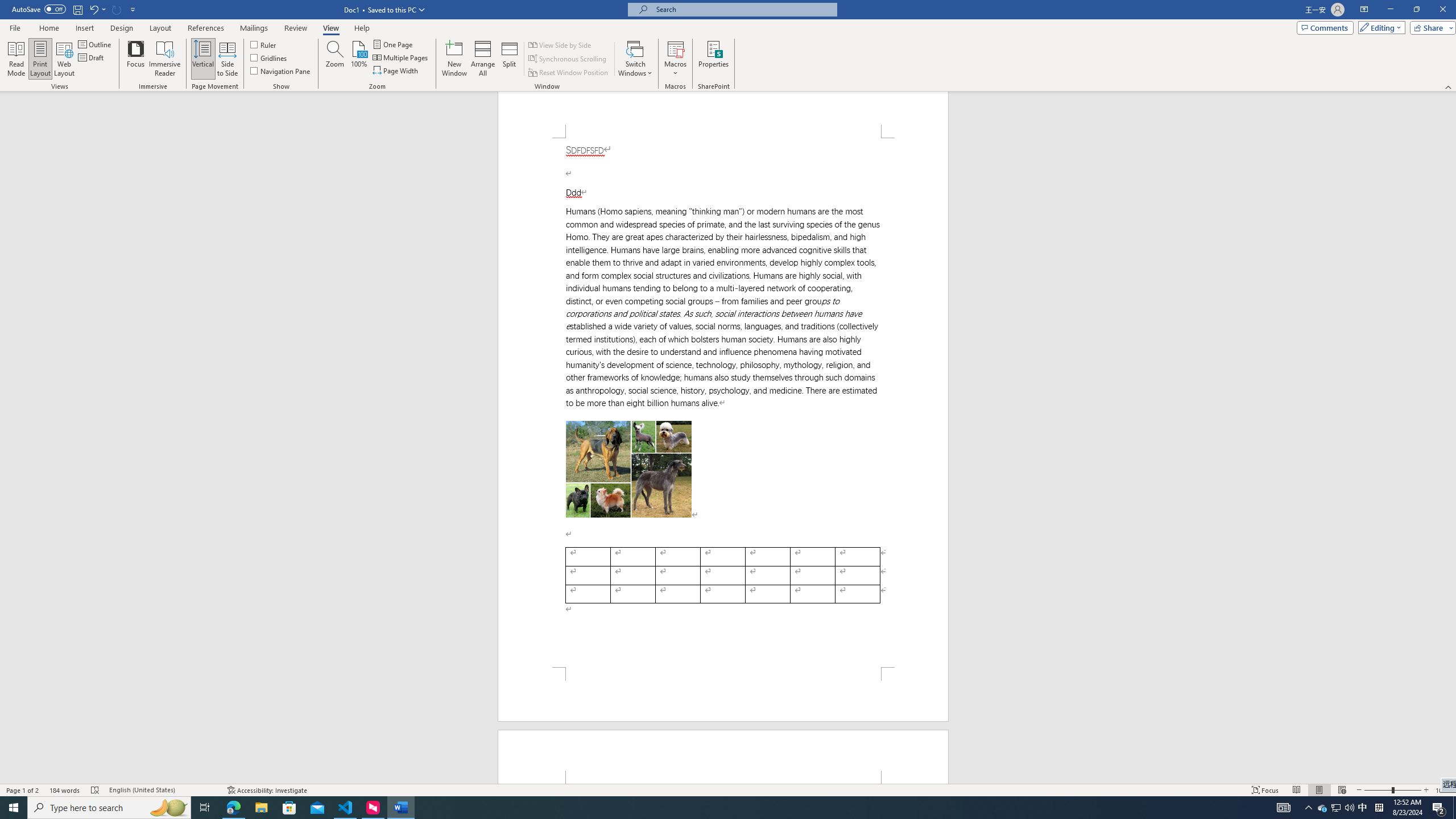  I want to click on 'Draft', so click(91, 56).